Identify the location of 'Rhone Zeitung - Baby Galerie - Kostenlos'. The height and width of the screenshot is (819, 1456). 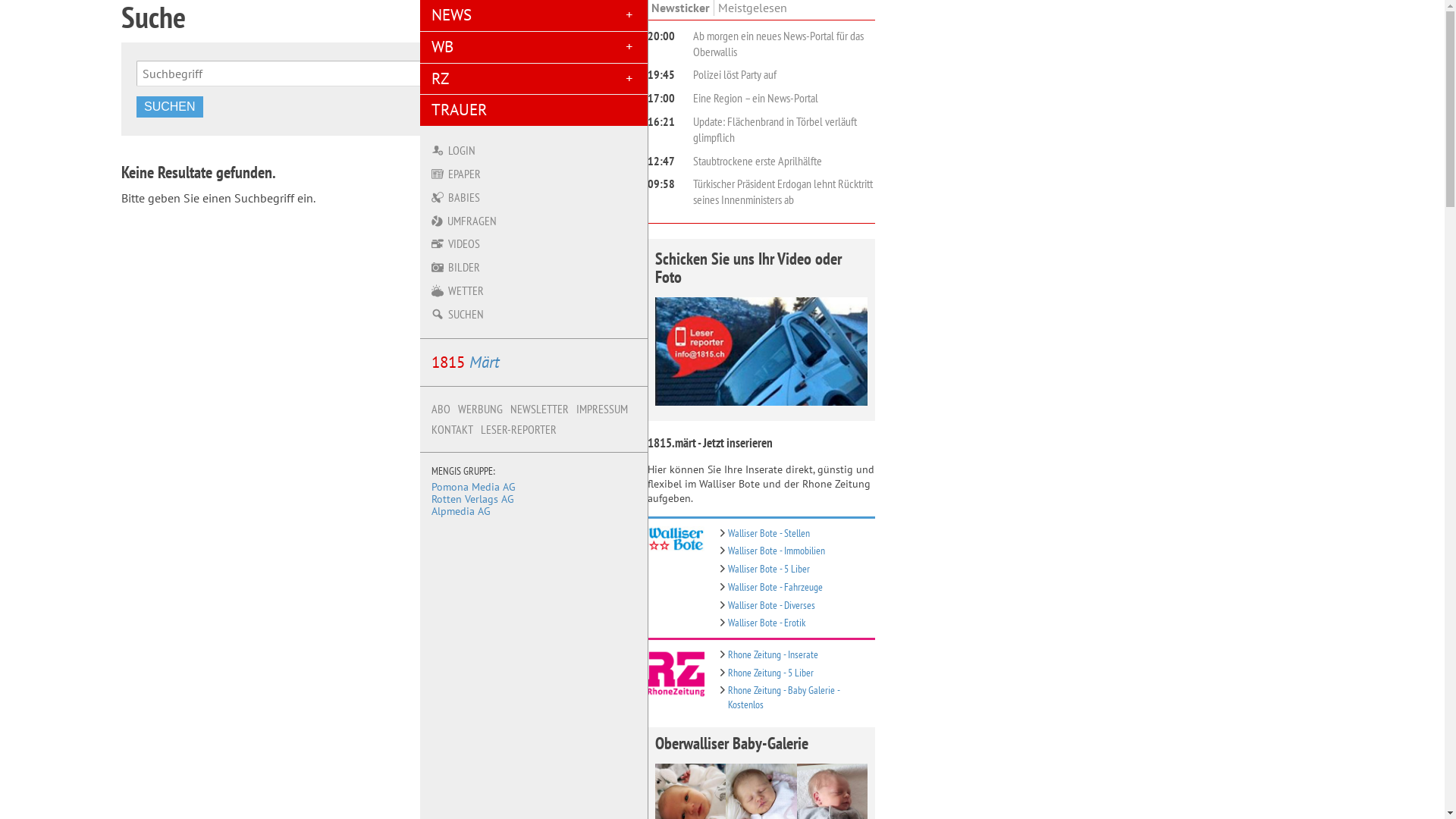
(728, 696).